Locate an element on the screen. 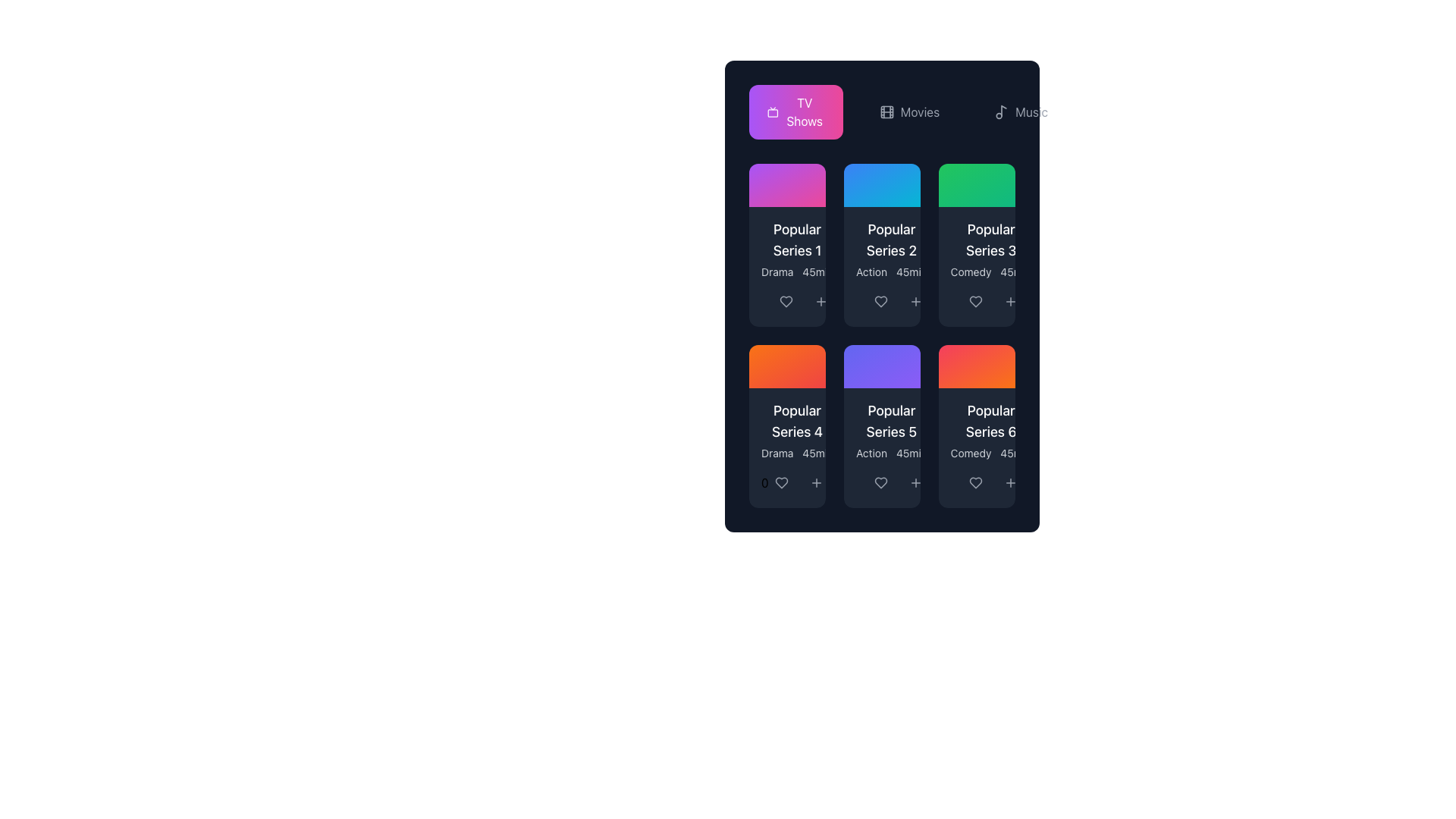 Image resolution: width=1456 pixels, height=819 pixels. the third button in the horizontal arrangement for 'Popular Series 6' located at the bottom-right of the card is located at coordinates (1011, 482).